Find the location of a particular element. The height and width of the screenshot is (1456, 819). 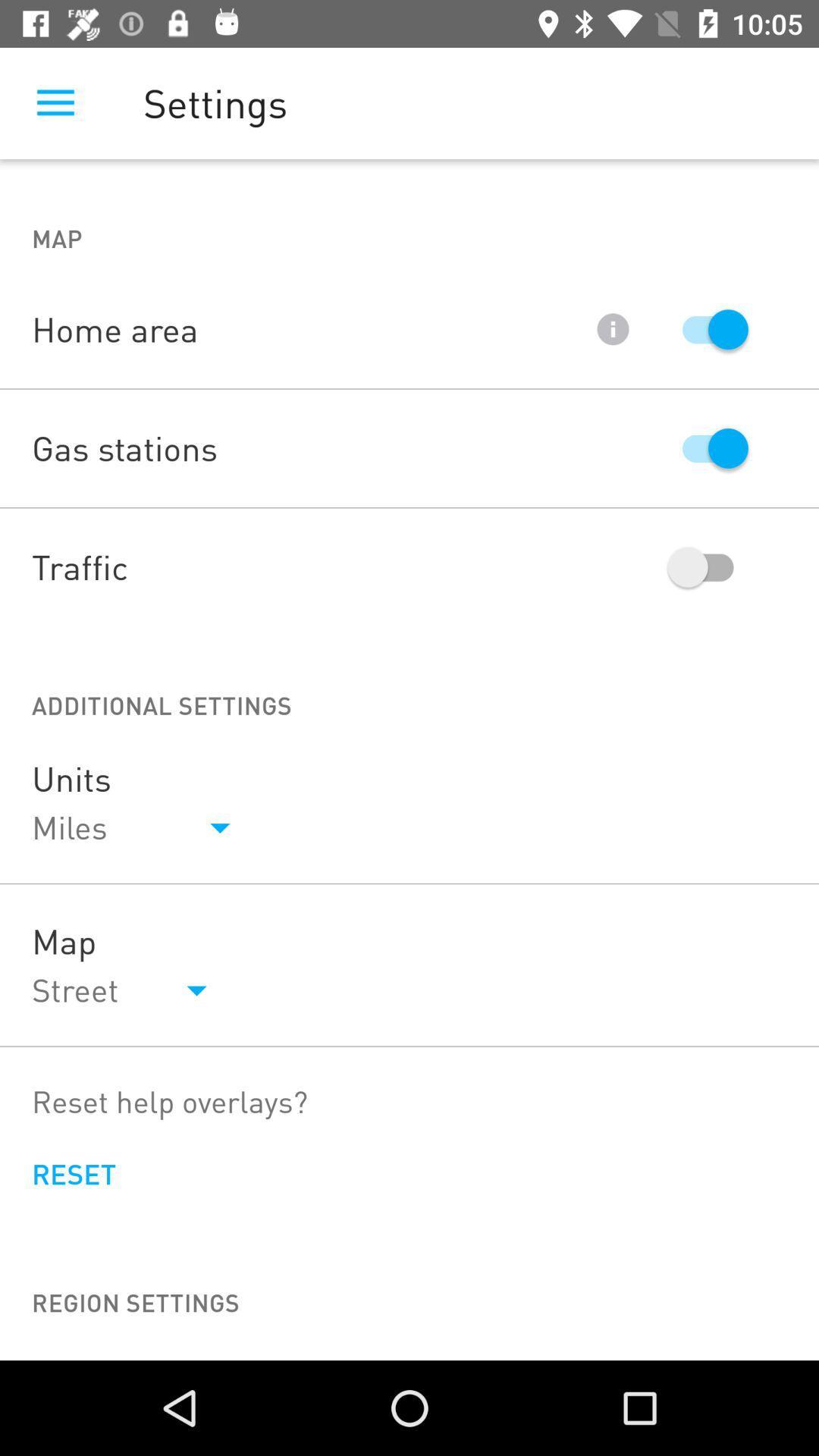

traffic option is located at coordinates (708, 566).